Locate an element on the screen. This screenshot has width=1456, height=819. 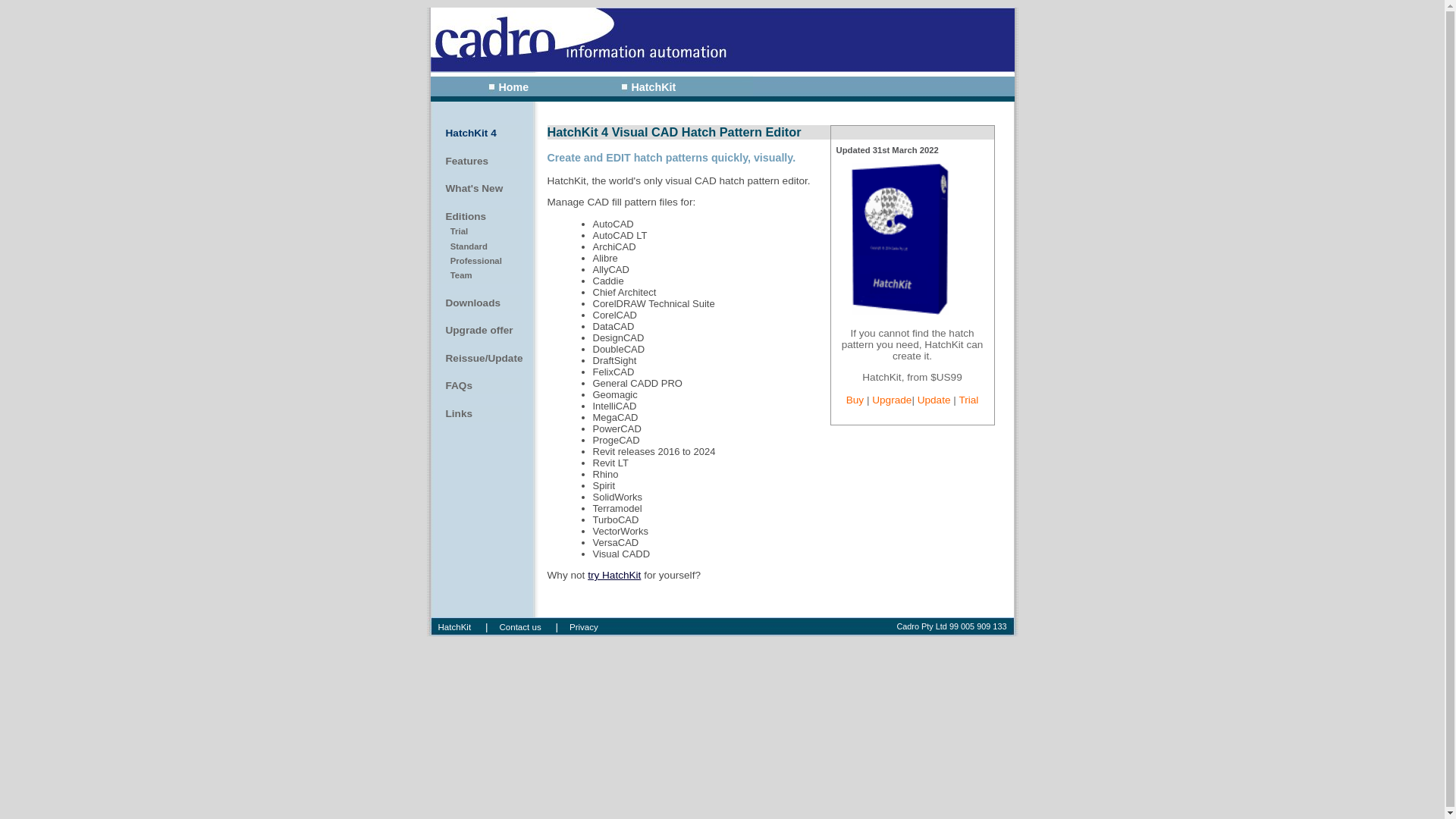
'Contact us' is located at coordinates (519, 626).